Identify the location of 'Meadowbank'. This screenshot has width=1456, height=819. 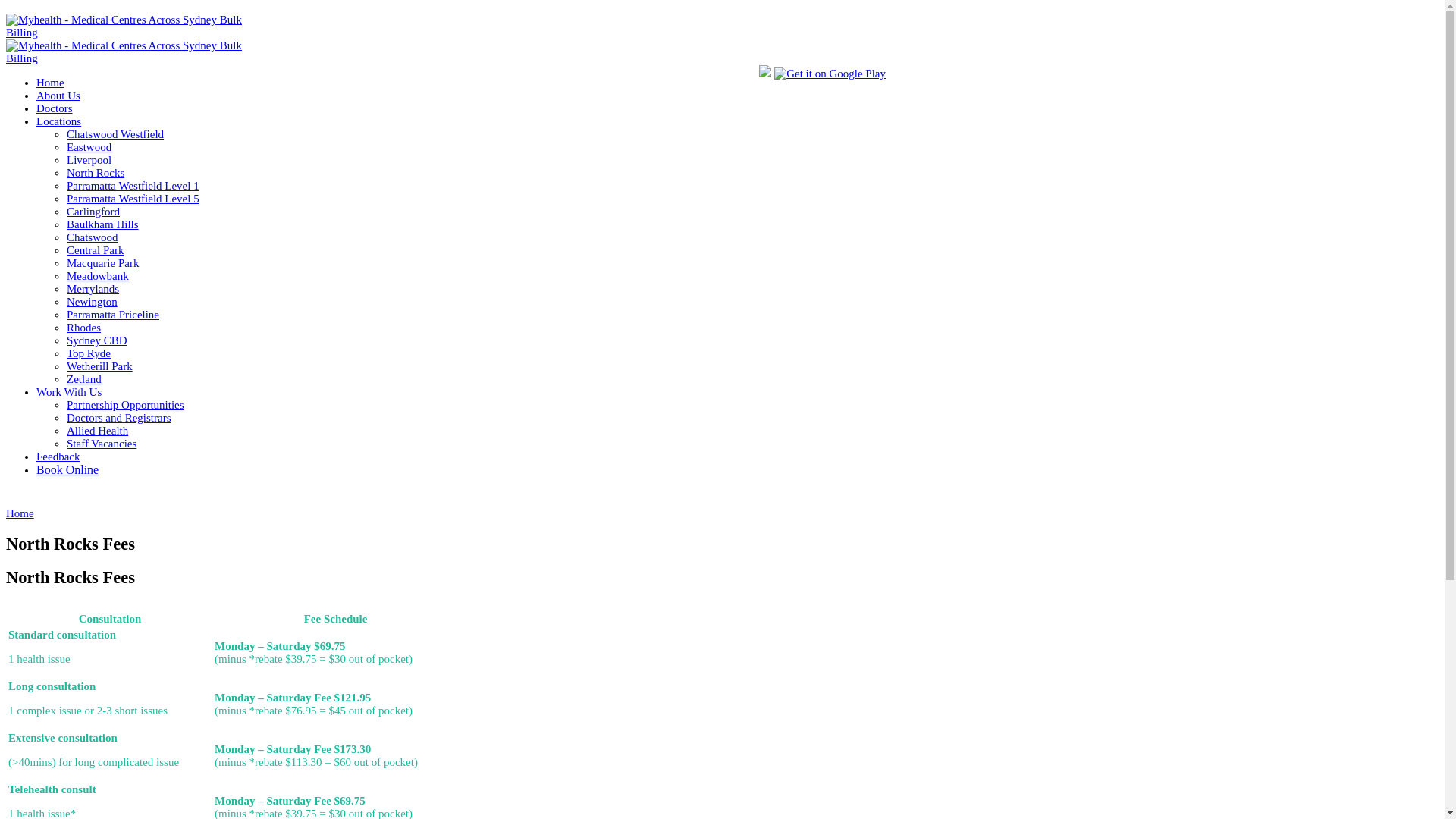
(97, 275).